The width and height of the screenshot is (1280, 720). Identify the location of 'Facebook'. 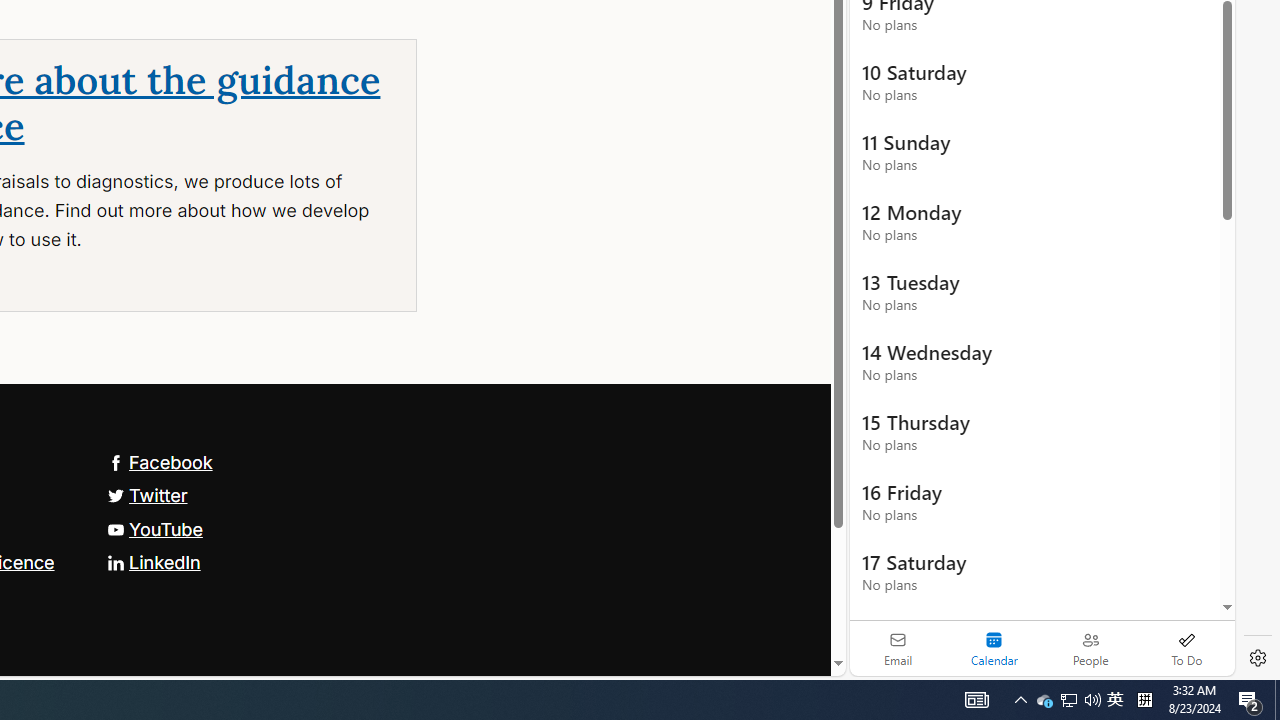
(158, 461).